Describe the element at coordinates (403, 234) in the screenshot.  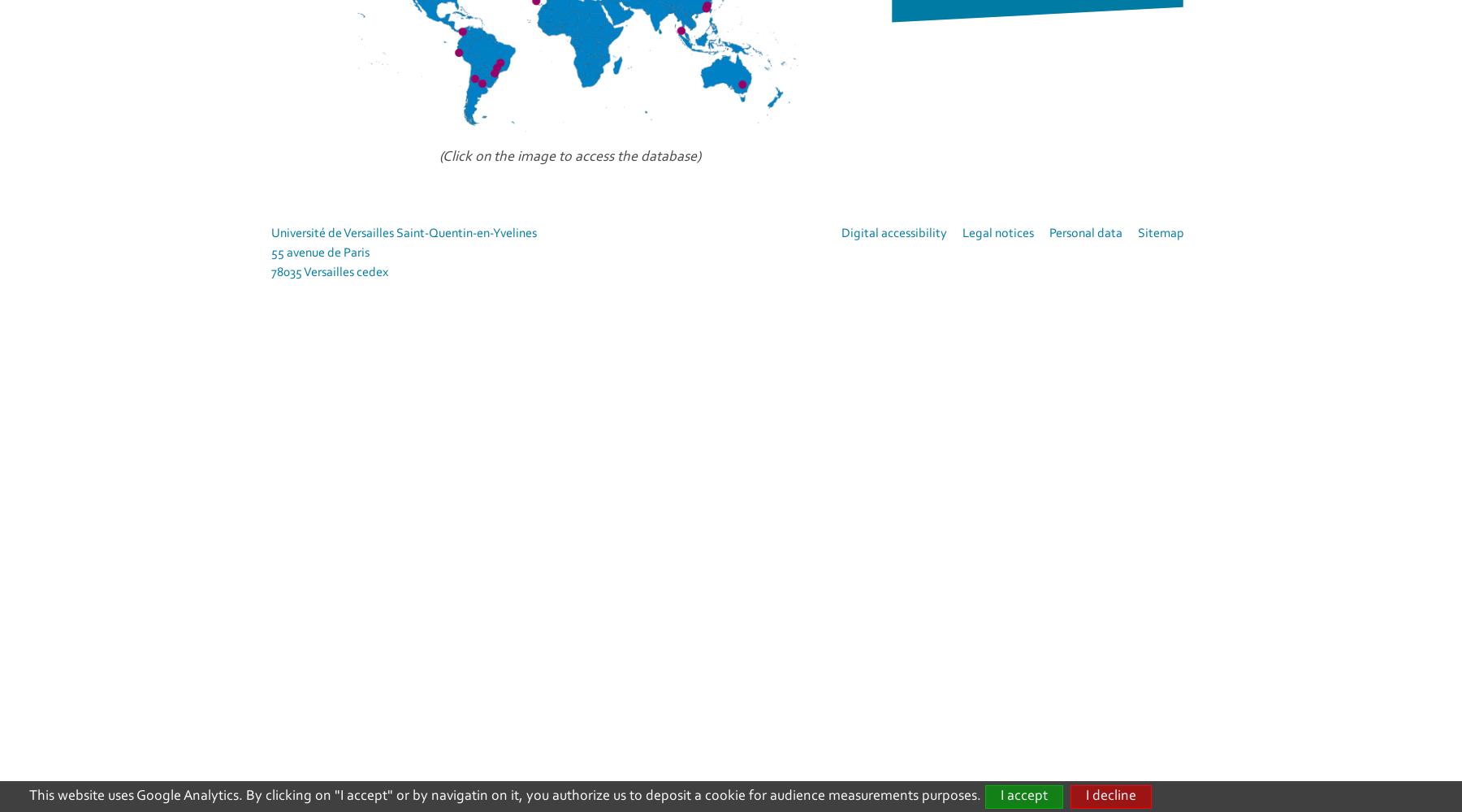
I see `'Université de Versailles Saint-Quentin-en-Yvelines'` at that location.